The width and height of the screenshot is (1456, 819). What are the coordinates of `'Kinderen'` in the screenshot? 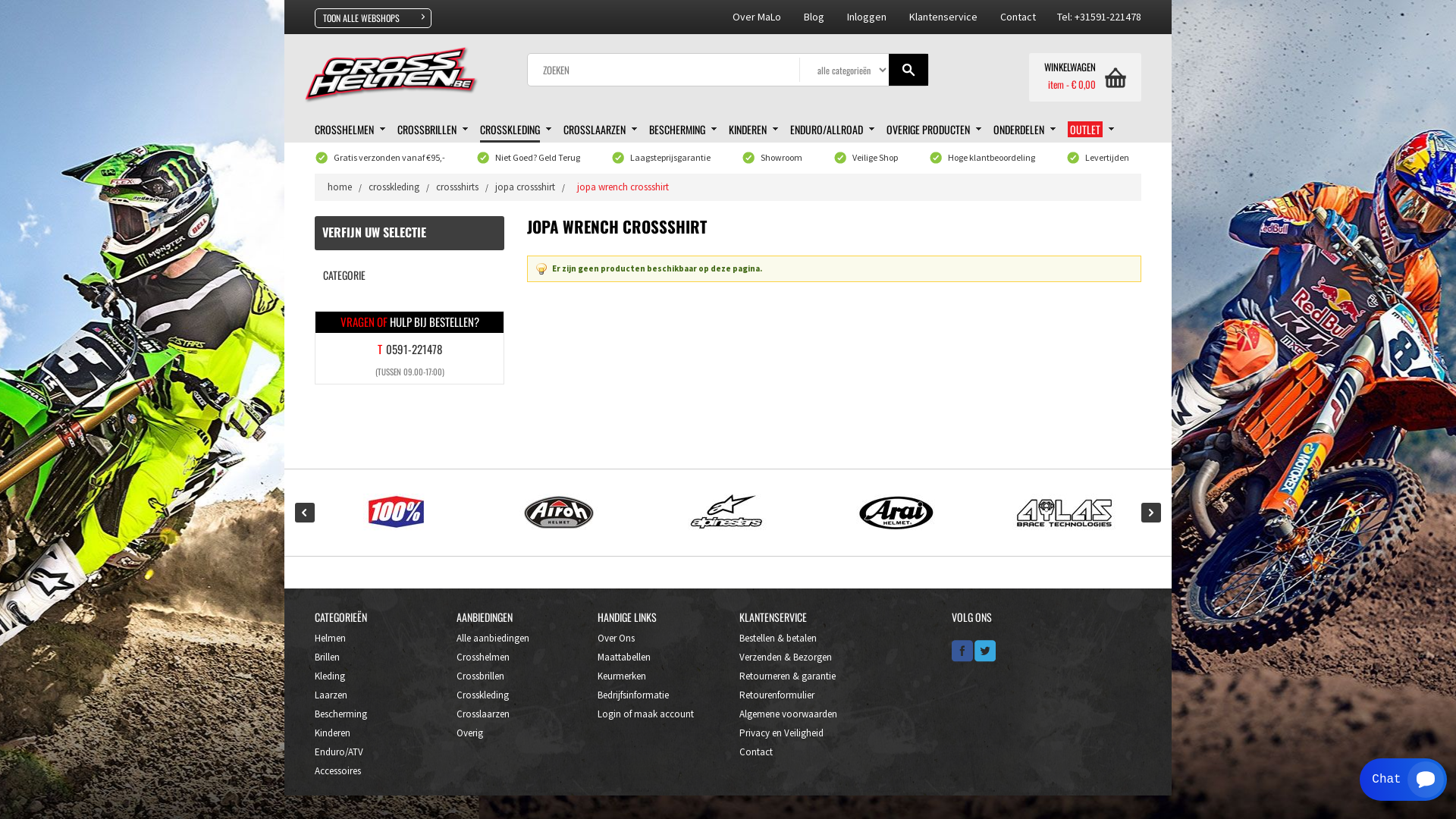 It's located at (313, 732).